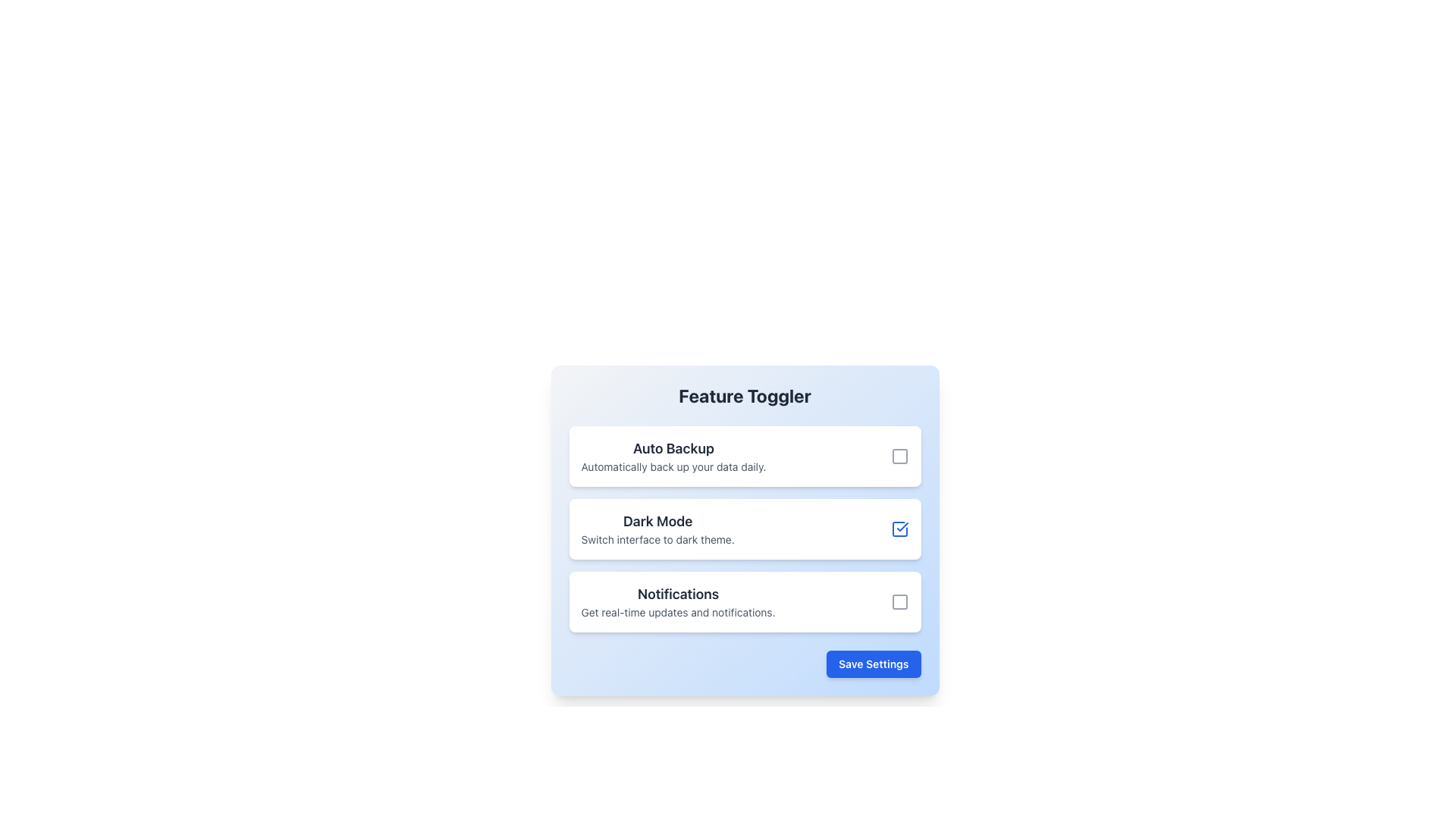  Describe the element at coordinates (899, 601) in the screenshot. I see `the third toggle switch icon with a gray outline located on the right side of the 'Notifications' entry` at that location.